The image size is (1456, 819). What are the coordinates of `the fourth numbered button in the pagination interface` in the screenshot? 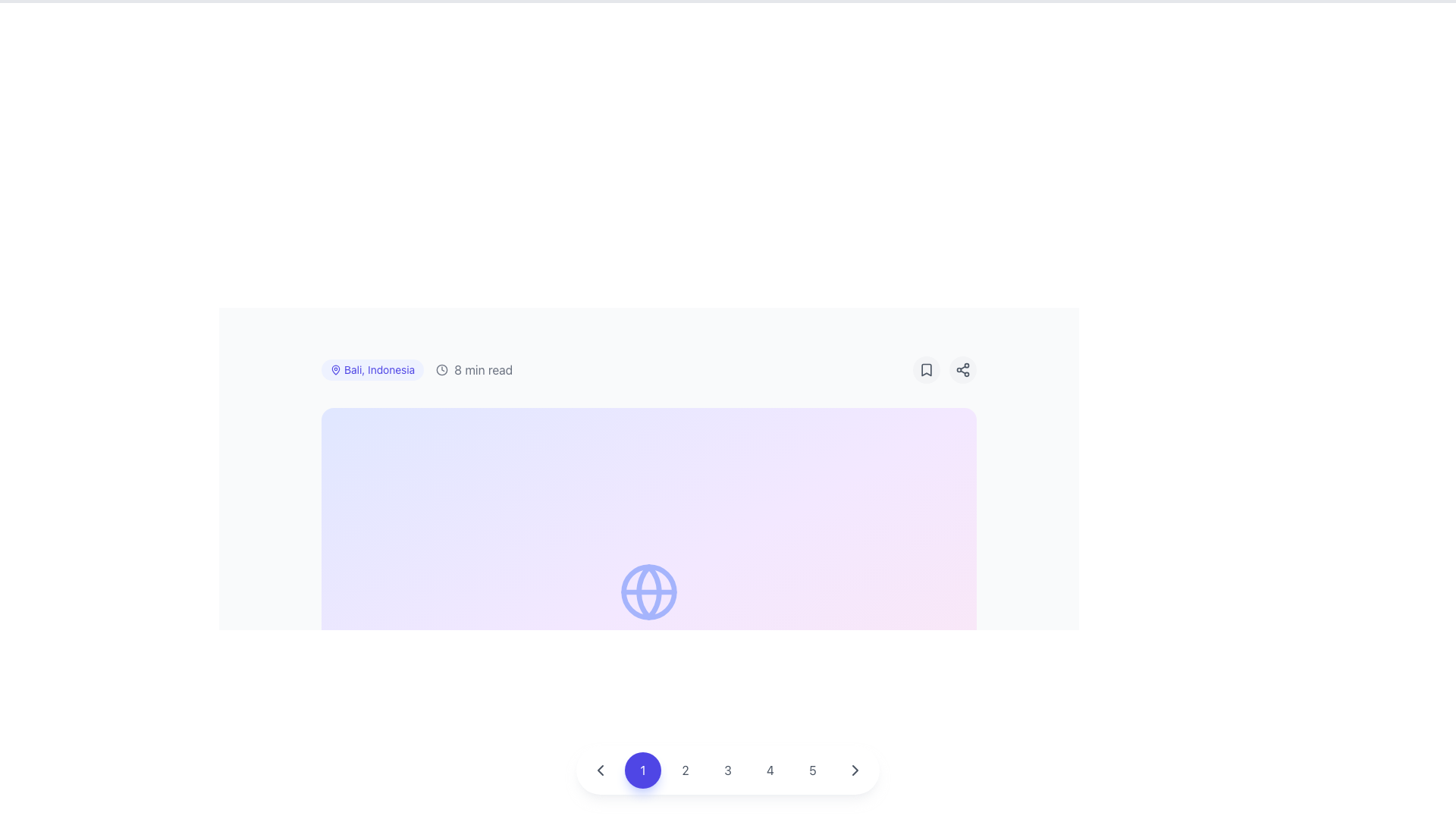 It's located at (770, 770).